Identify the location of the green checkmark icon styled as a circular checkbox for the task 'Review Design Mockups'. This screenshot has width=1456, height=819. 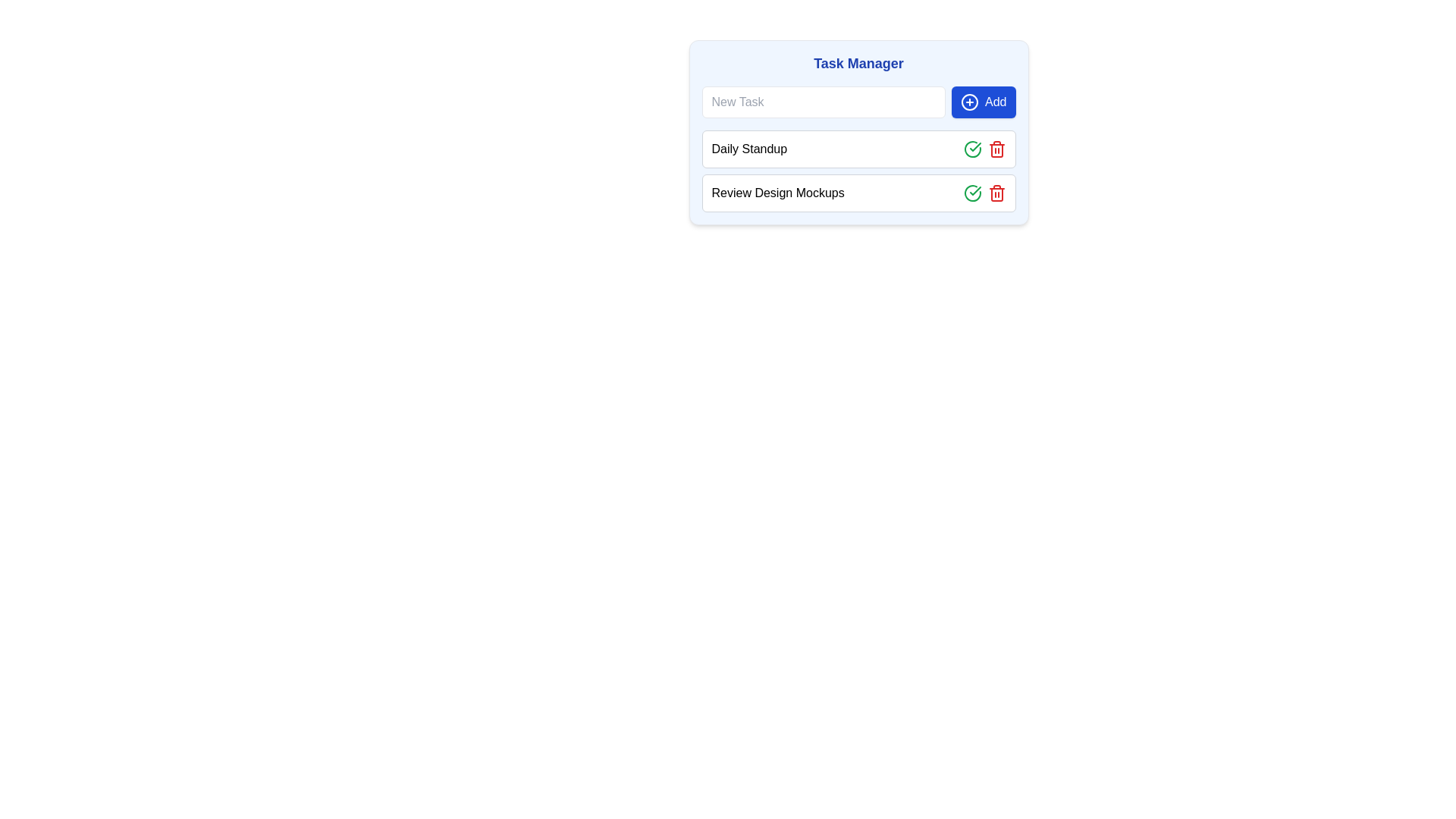
(975, 146).